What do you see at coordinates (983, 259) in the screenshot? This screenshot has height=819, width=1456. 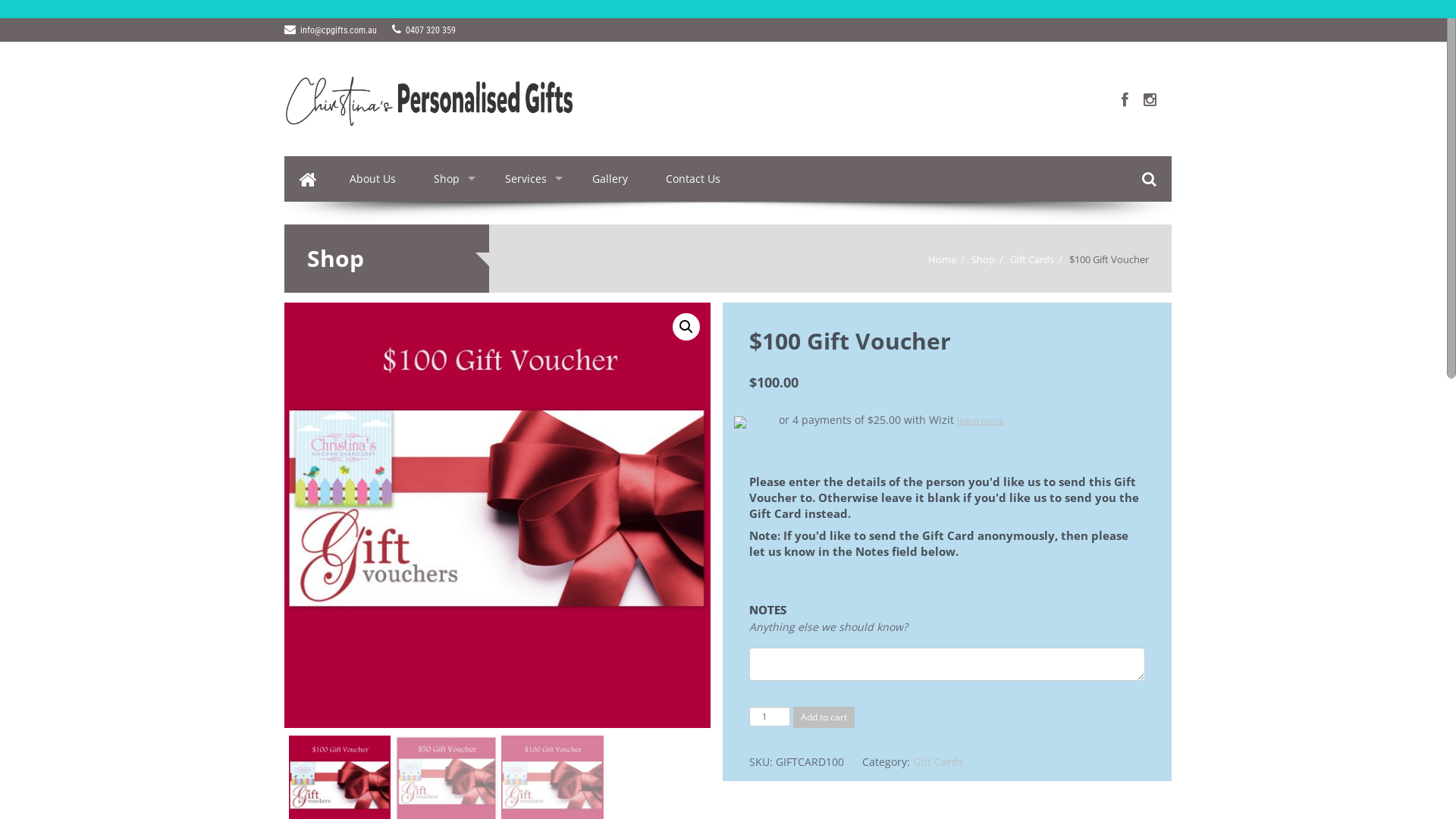 I see `'Shop'` at bounding box center [983, 259].